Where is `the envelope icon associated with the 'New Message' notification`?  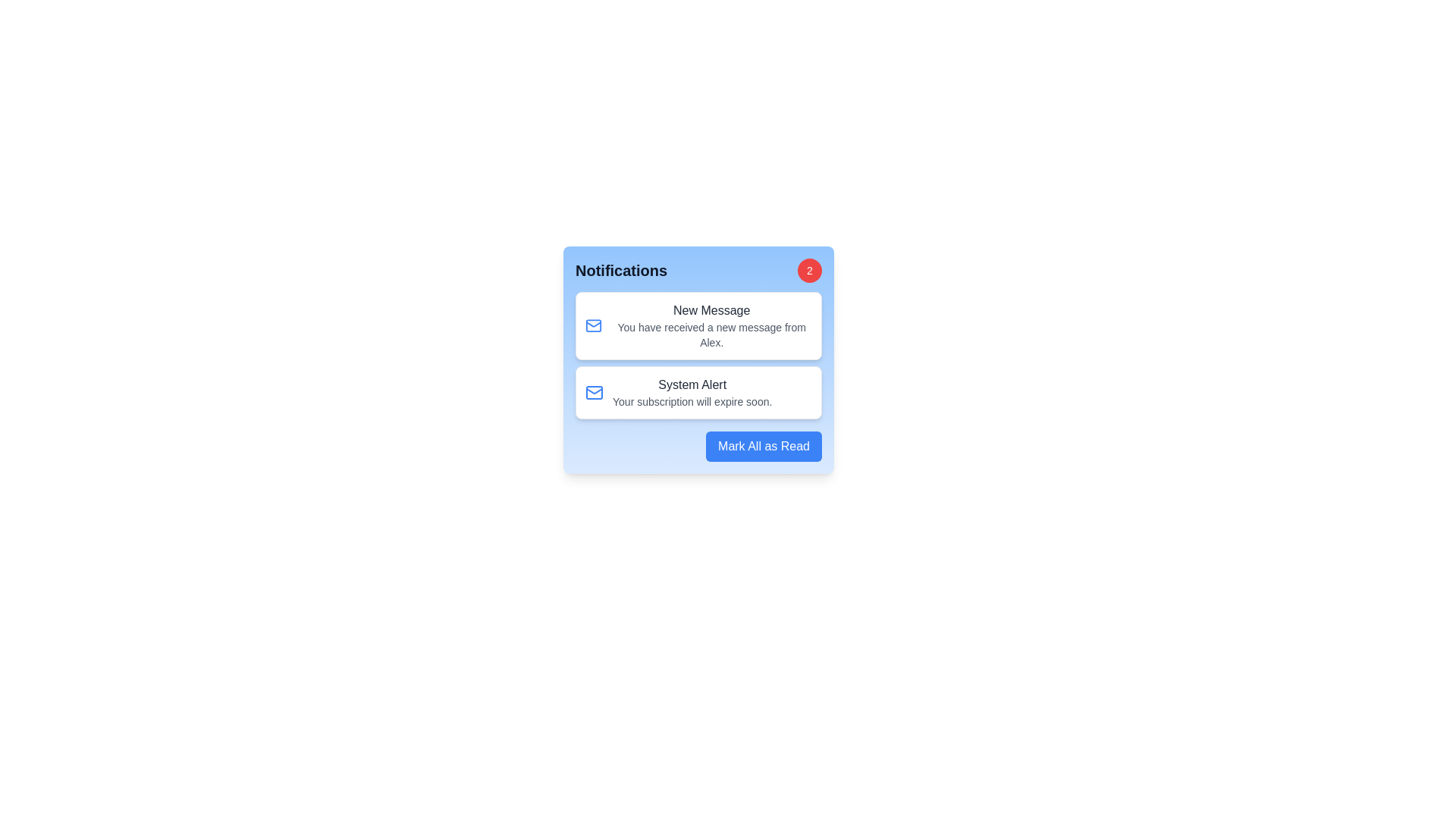
the envelope icon associated with the 'New Message' notification is located at coordinates (593, 325).